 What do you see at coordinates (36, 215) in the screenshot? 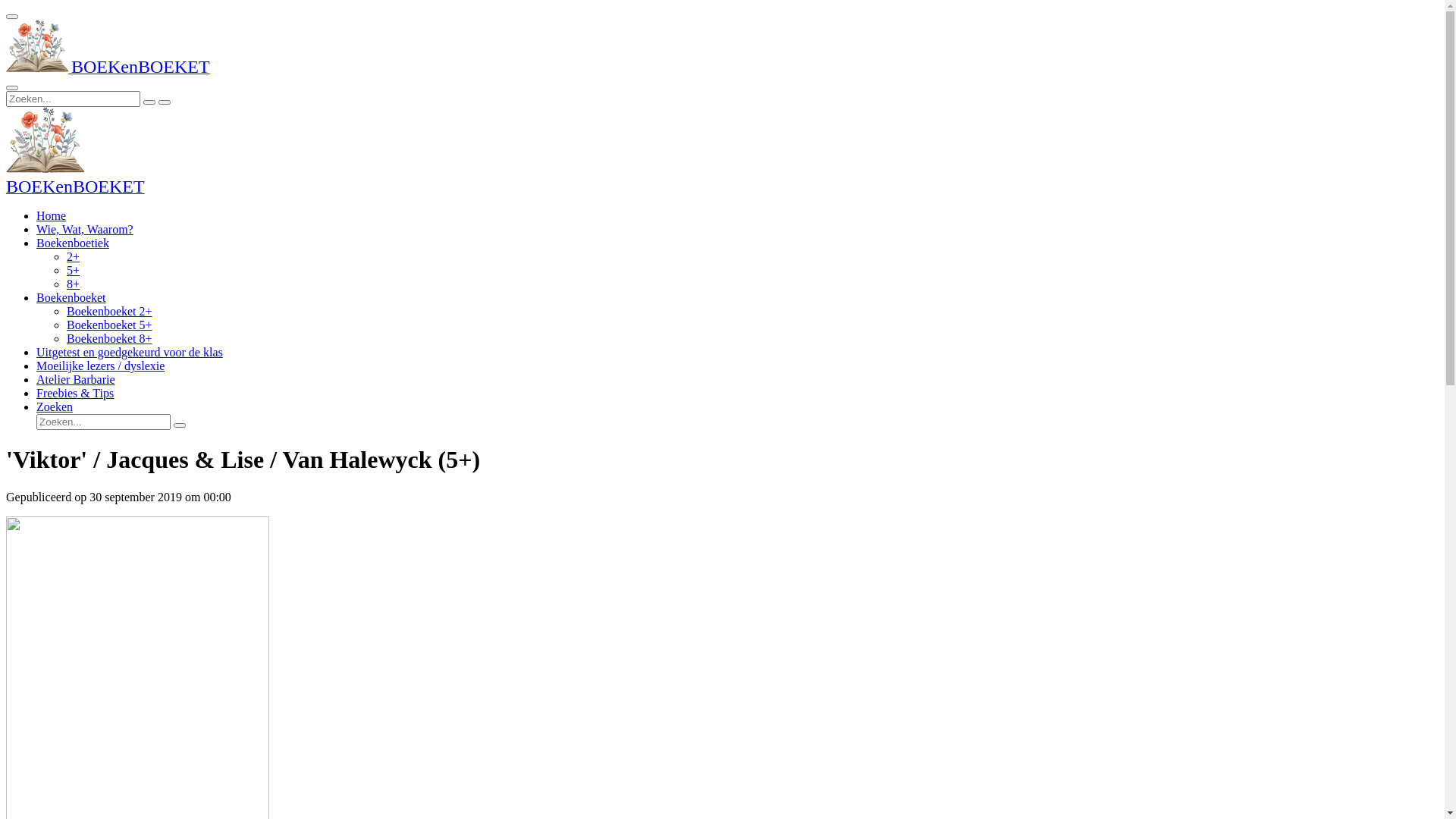
I see `'Home'` at bounding box center [36, 215].